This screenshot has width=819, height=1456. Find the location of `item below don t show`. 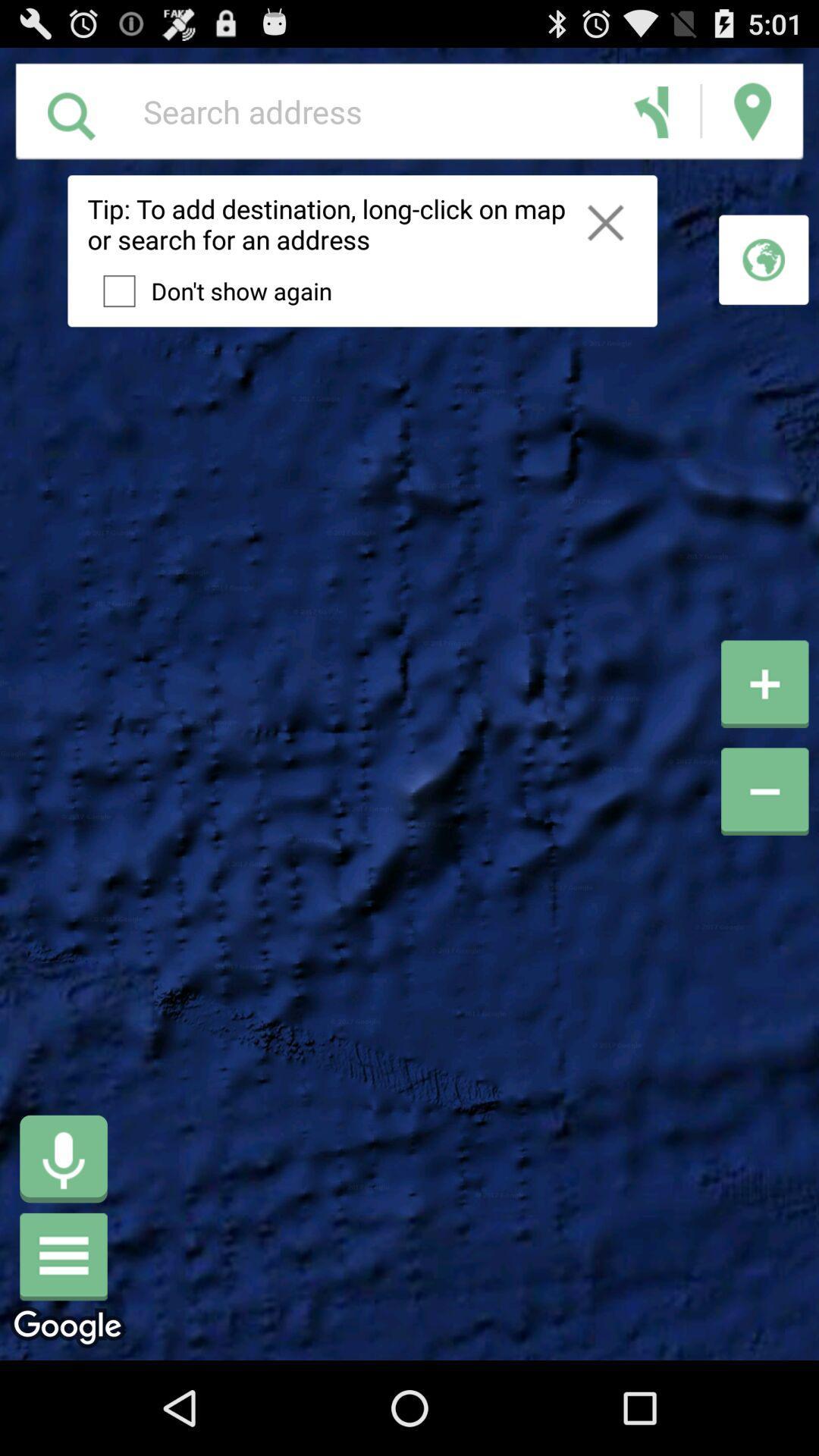

item below don t show is located at coordinates (63, 1158).